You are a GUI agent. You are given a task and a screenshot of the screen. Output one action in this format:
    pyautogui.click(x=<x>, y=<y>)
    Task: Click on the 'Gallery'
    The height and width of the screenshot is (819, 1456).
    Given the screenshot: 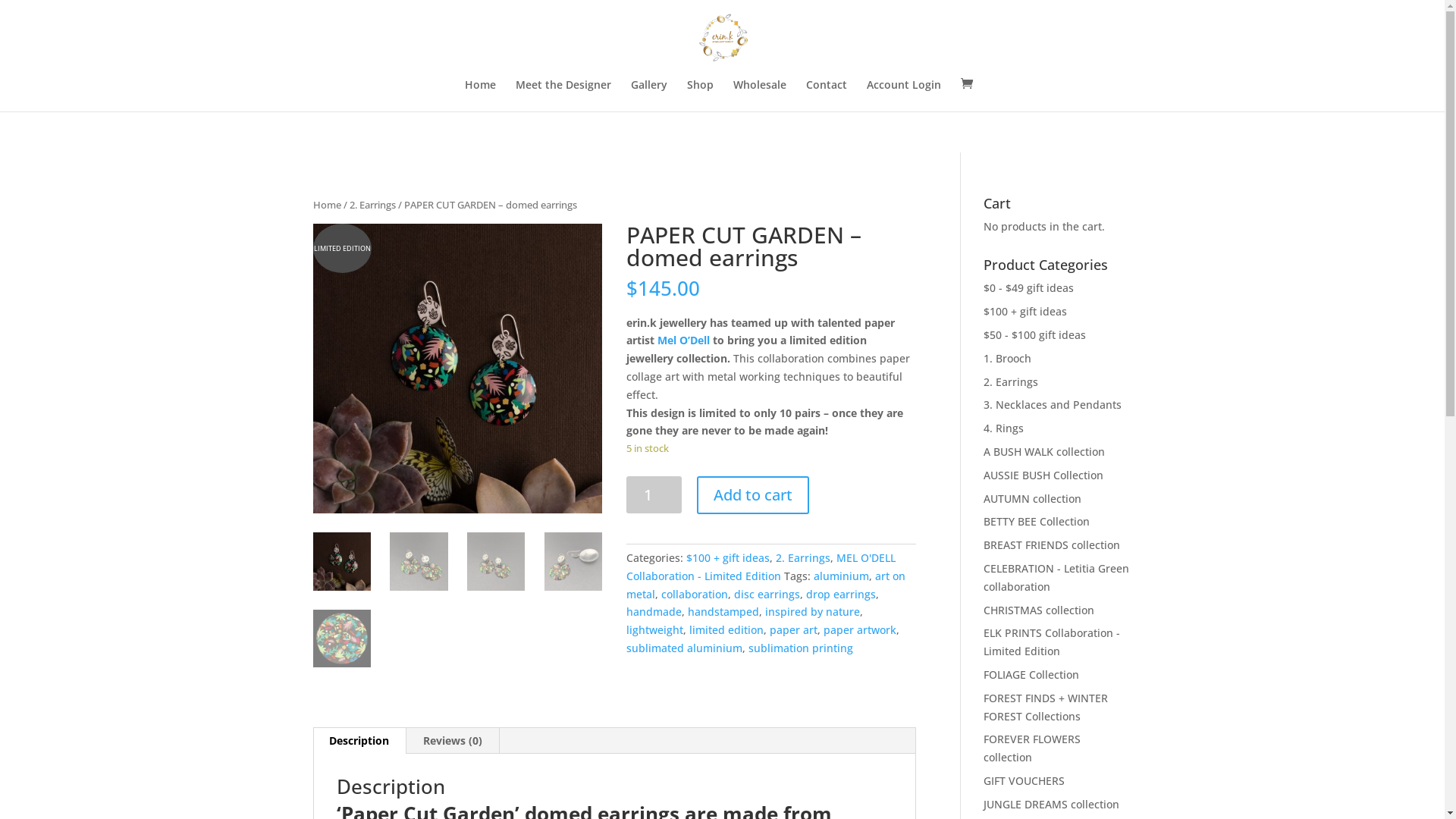 What is the action you would take?
    pyautogui.click(x=648, y=96)
    